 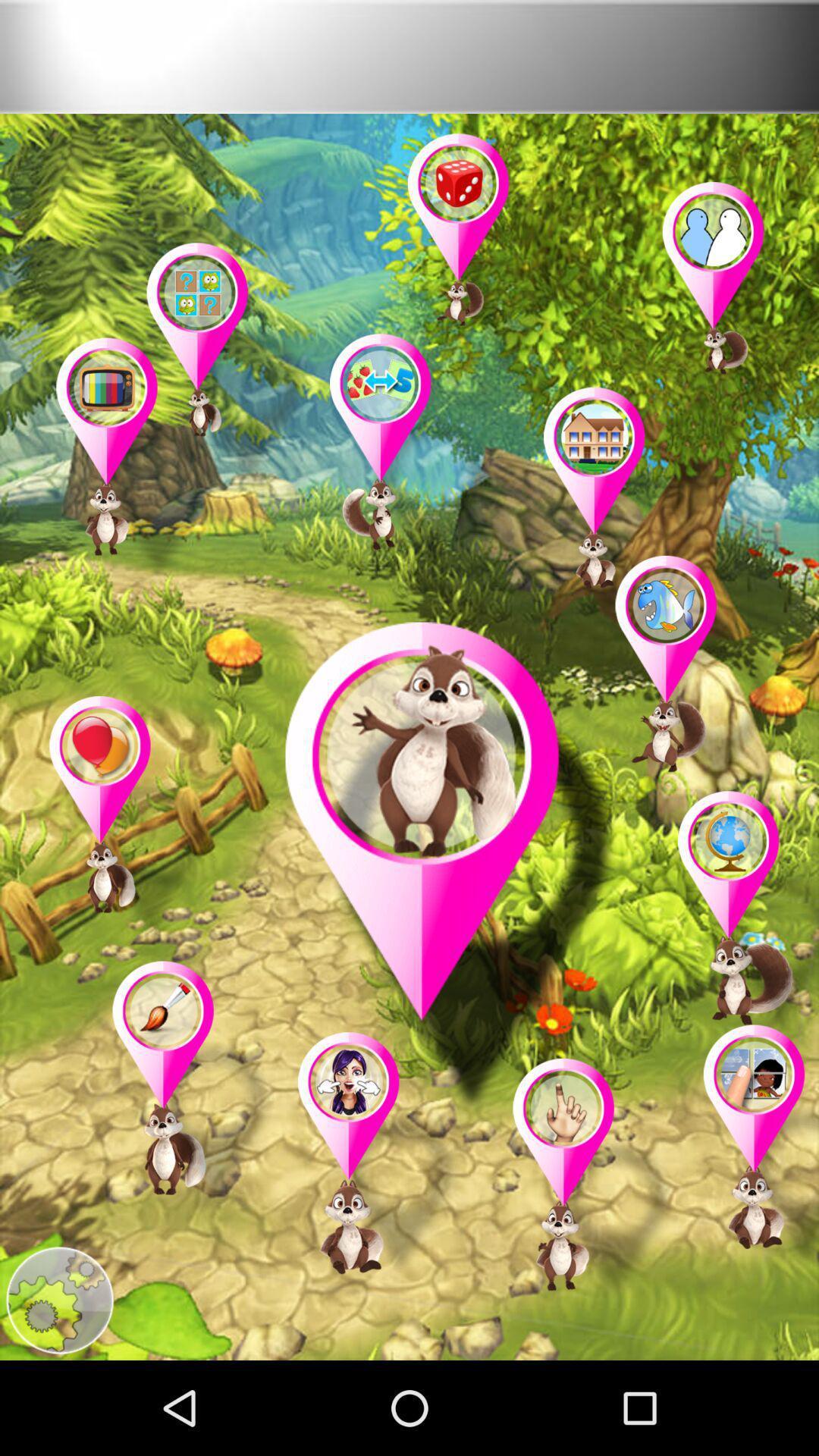 I want to click on the squirrel, so click(x=739, y=915).